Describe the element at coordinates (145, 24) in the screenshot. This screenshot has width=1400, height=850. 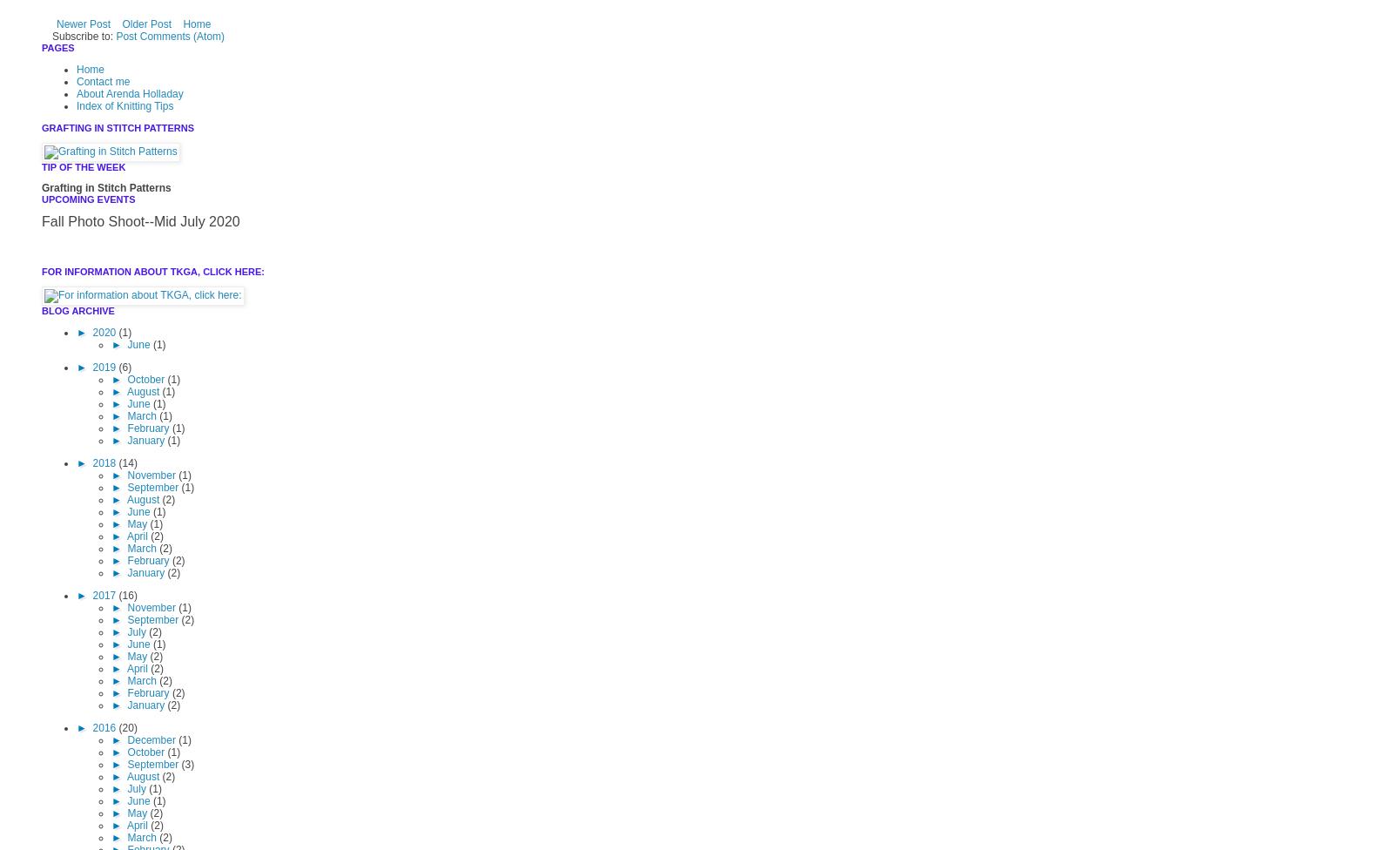
I see `'Older Post'` at that location.